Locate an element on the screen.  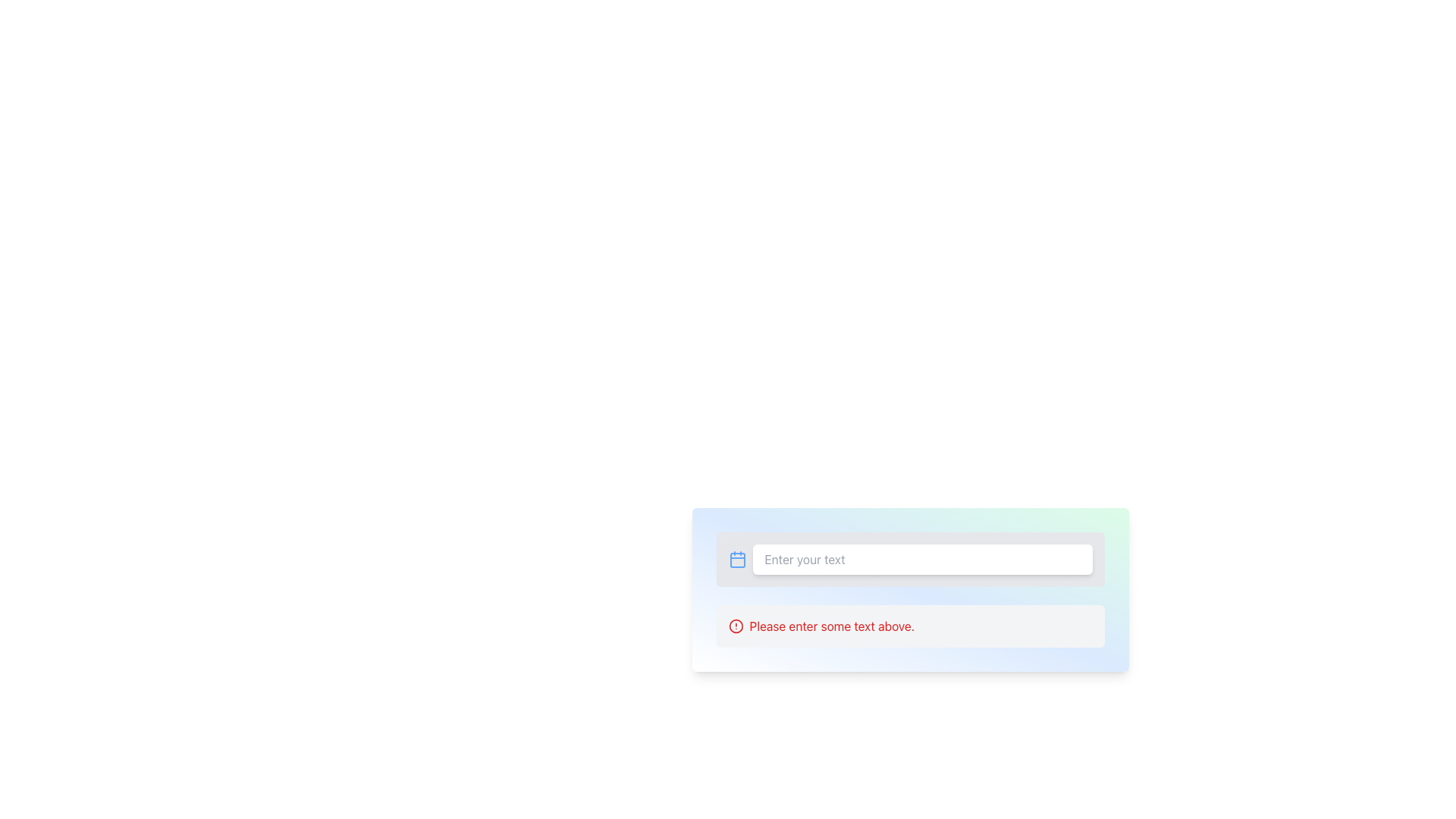
the circular warning icon with a bold red stroke, located to the left of the text 'Please enter some text above.' is located at coordinates (736, 626).